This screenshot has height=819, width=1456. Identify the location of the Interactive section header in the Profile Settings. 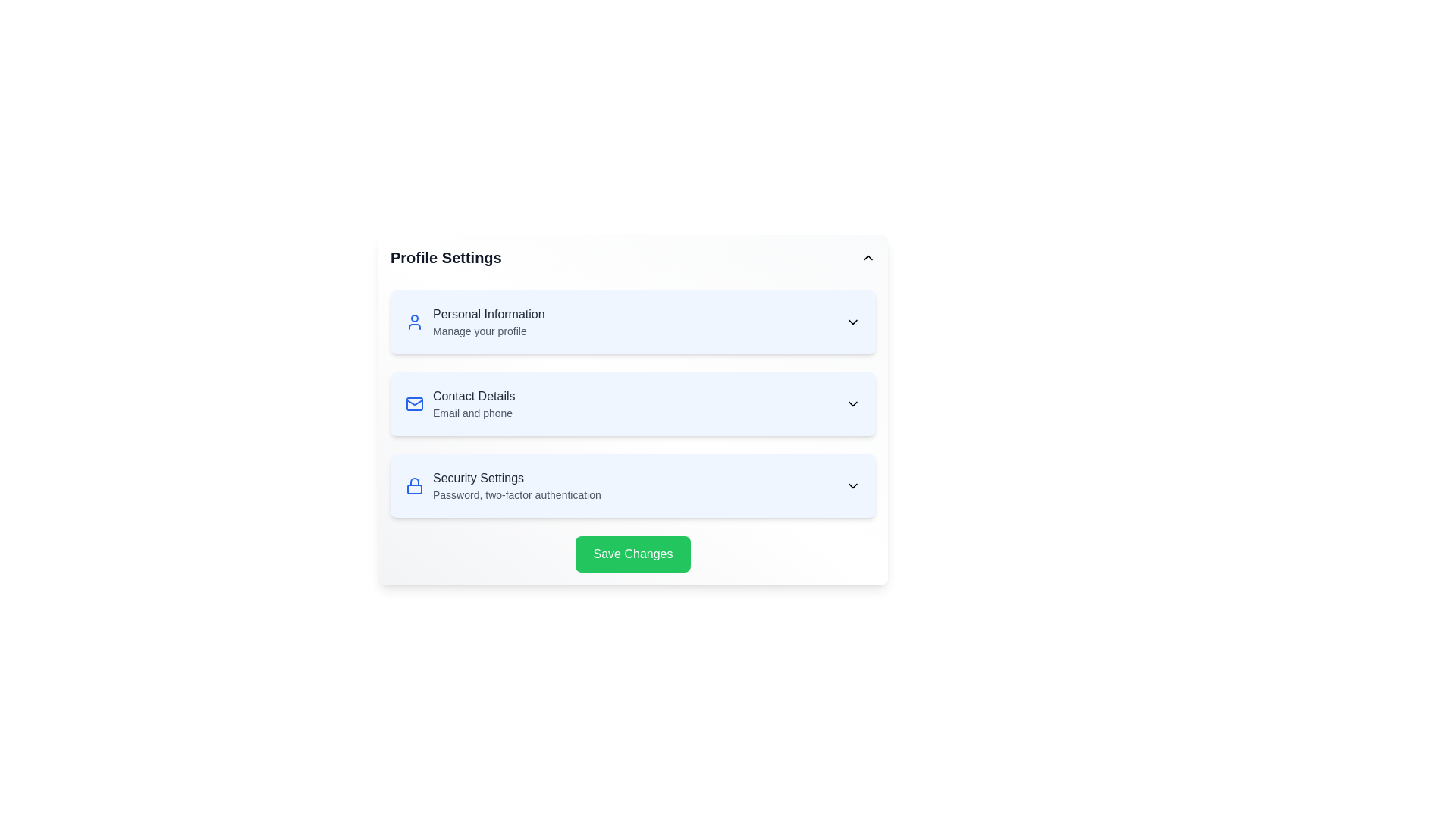
(503, 485).